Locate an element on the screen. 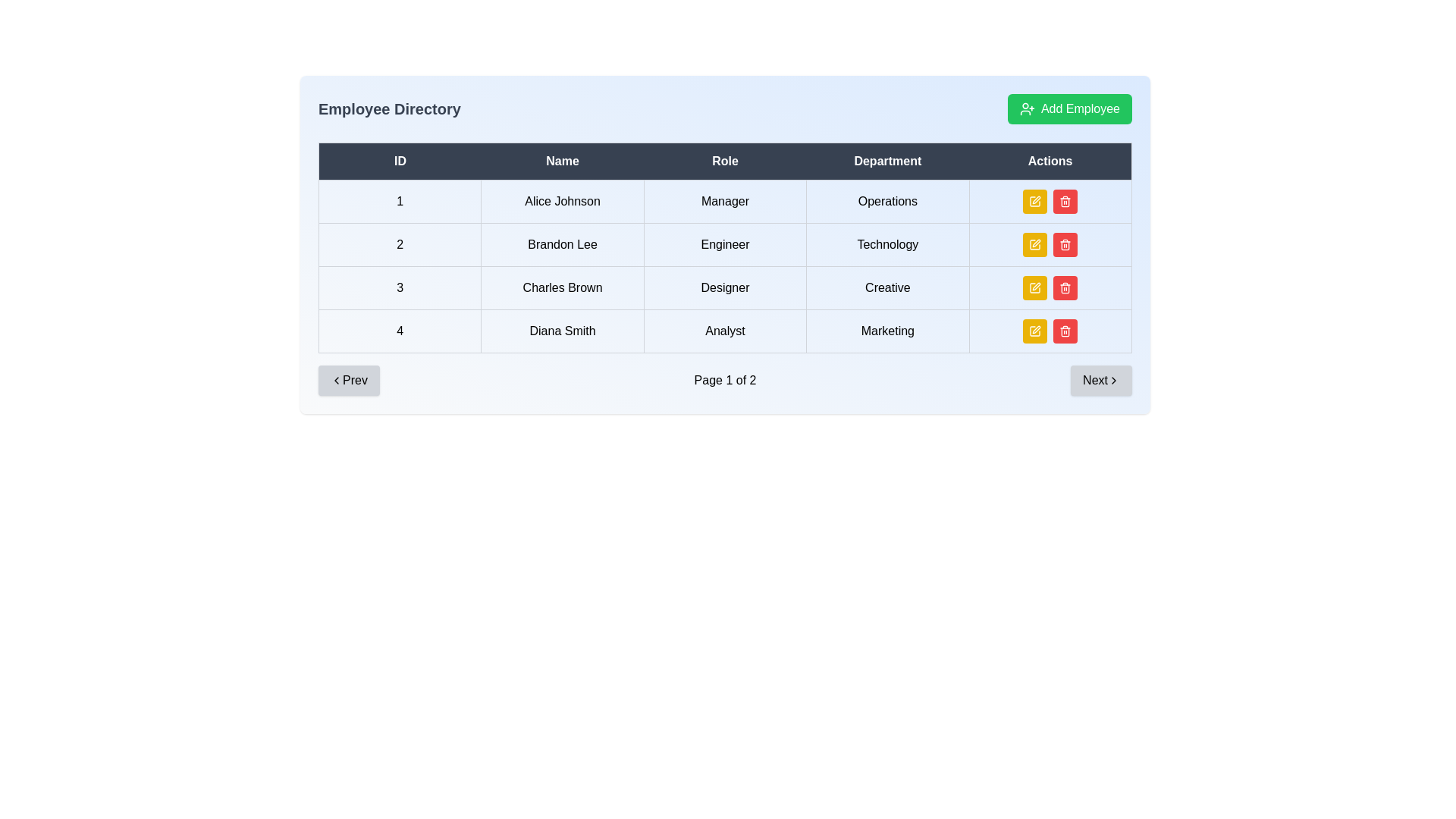  the bold heading 'Employee Directory' styled with a large font and grey color, which is positioned prominently above a data table and to the left of the 'Add Employee' green button is located at coordinates (389, 108).